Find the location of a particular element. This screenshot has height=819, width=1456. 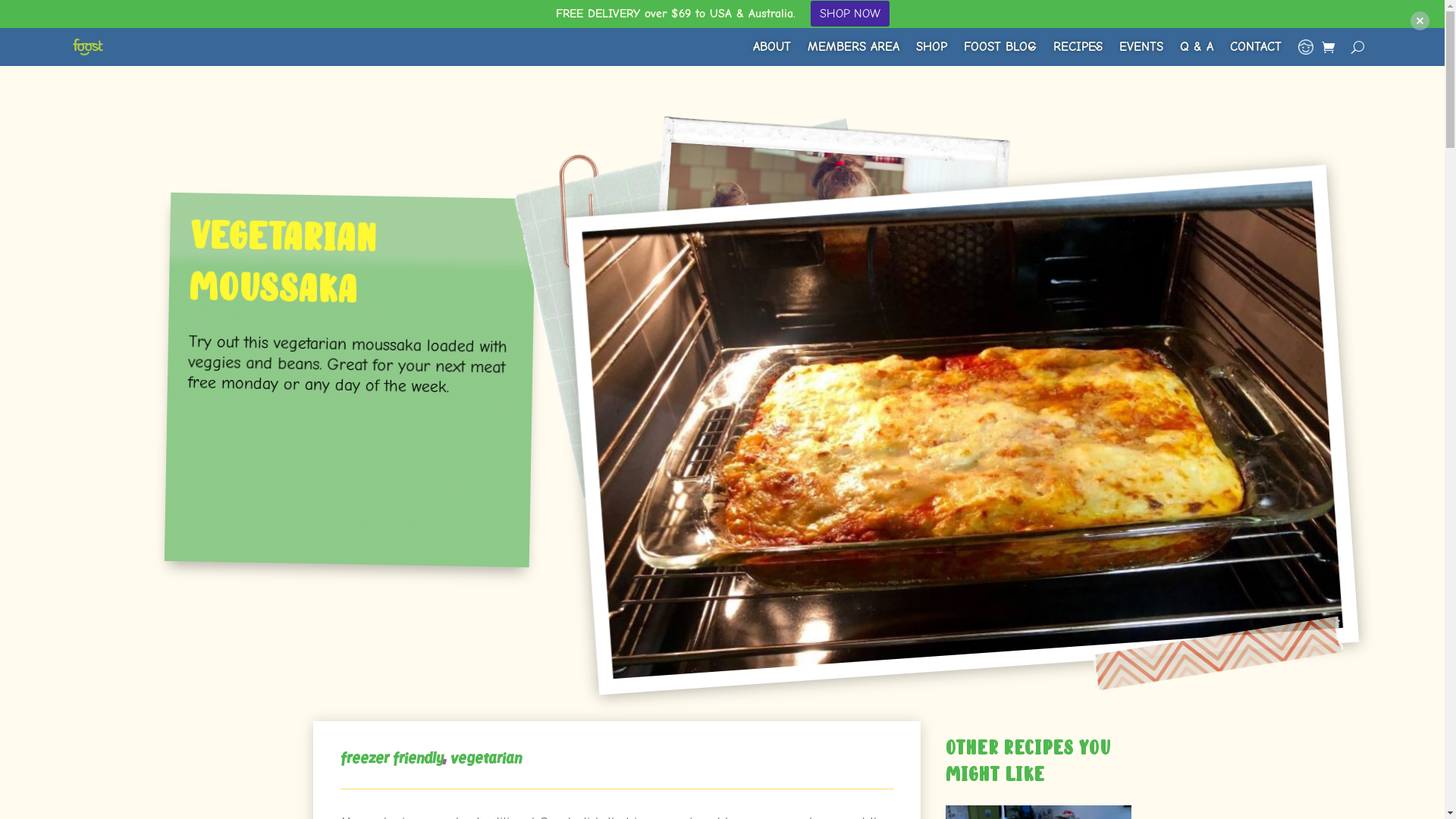

'CONTACT' is located at coordinates (1256, 45).